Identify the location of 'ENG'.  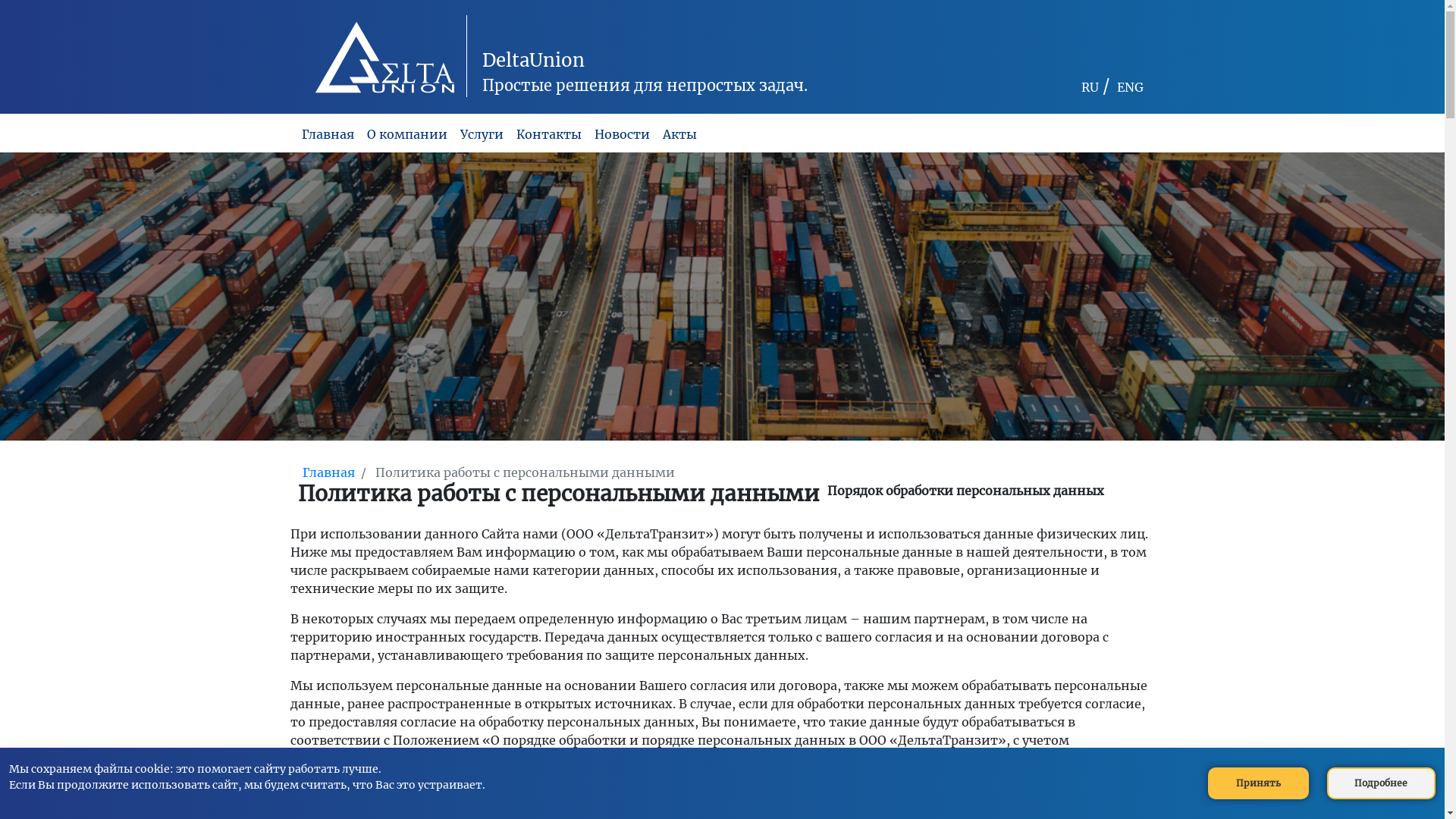
(1116, 87).